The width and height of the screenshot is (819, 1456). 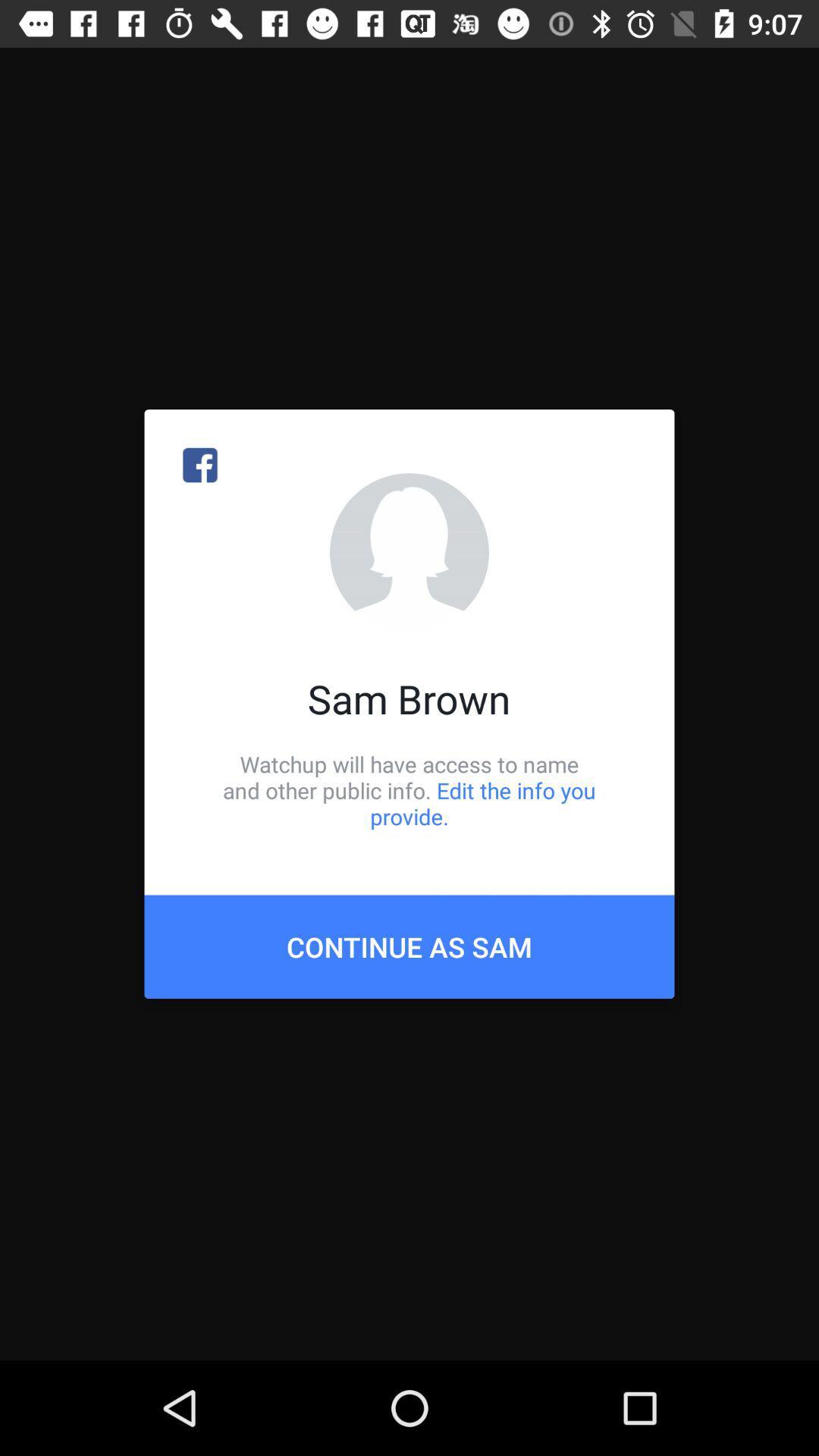 What do you see at coordinates (409, 789) in the screenshot?
I see `watchup will have item` at bounding box center [409, 789].